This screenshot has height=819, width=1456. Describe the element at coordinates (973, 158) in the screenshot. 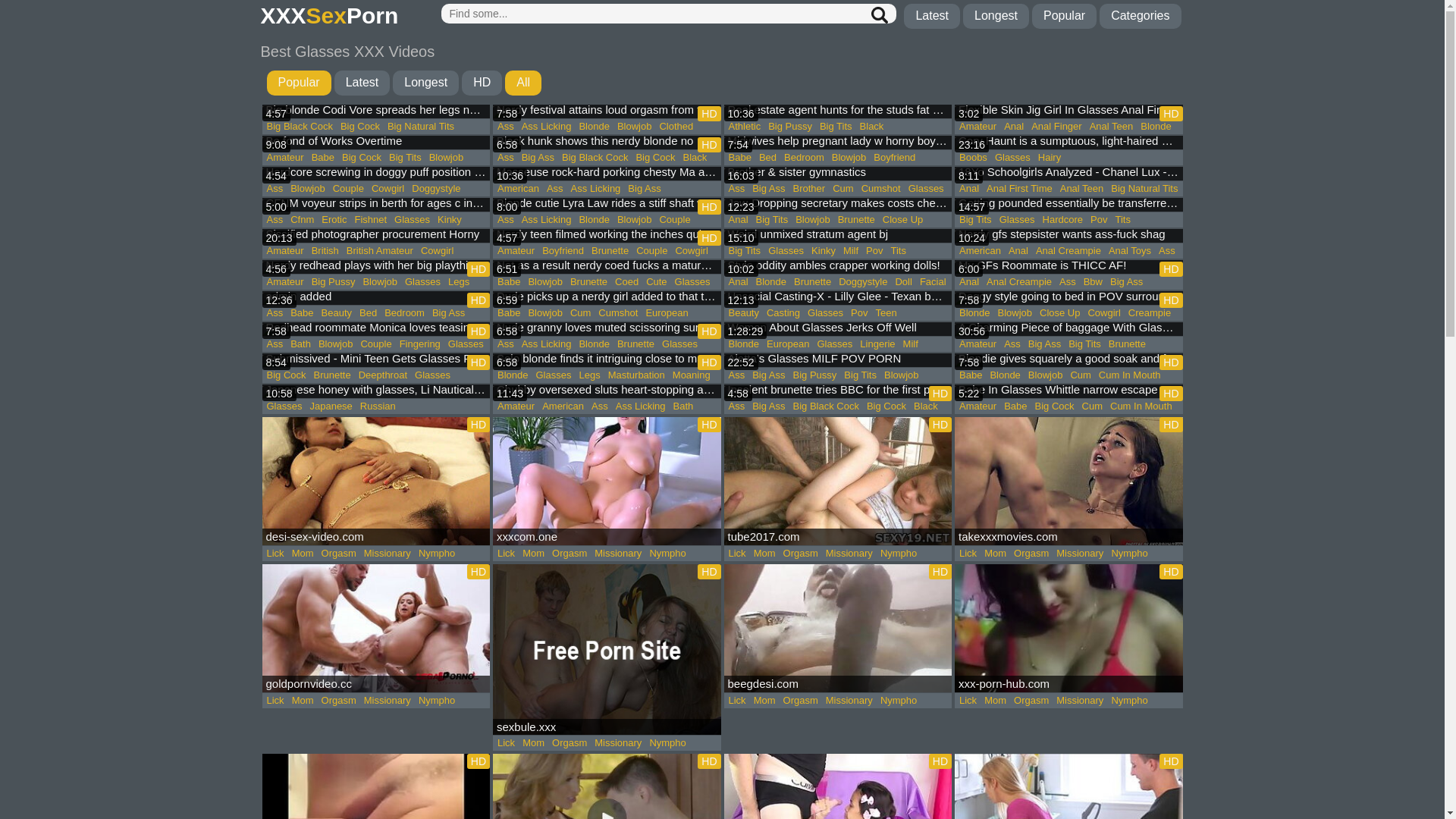

I see `'Boobs'` at that location.